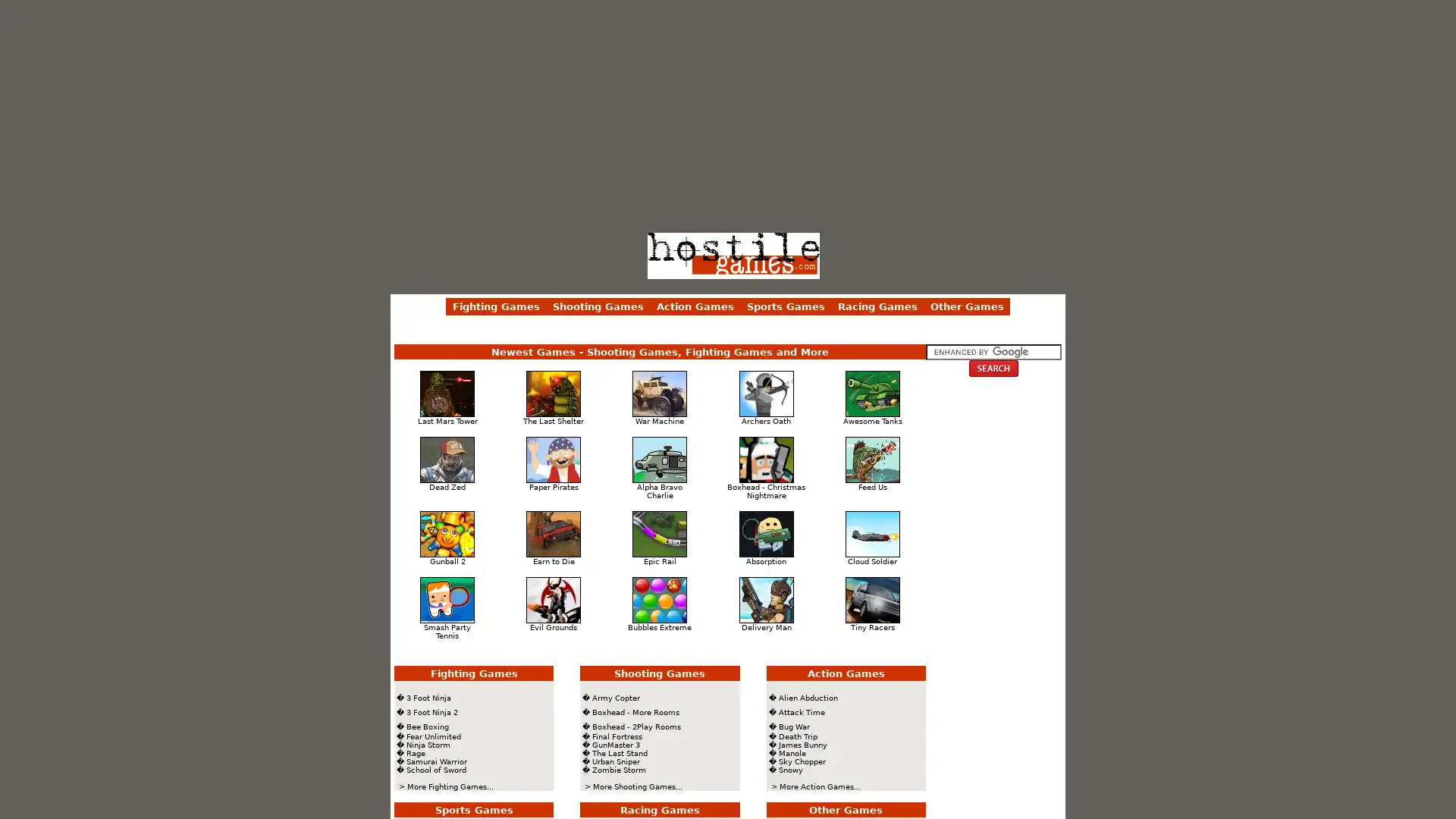 The height and width of the screenshot is (819, 1456). Describe the element at coordinates (993, 369) in the screenshot. I see `Shooting Games Search` at that location.